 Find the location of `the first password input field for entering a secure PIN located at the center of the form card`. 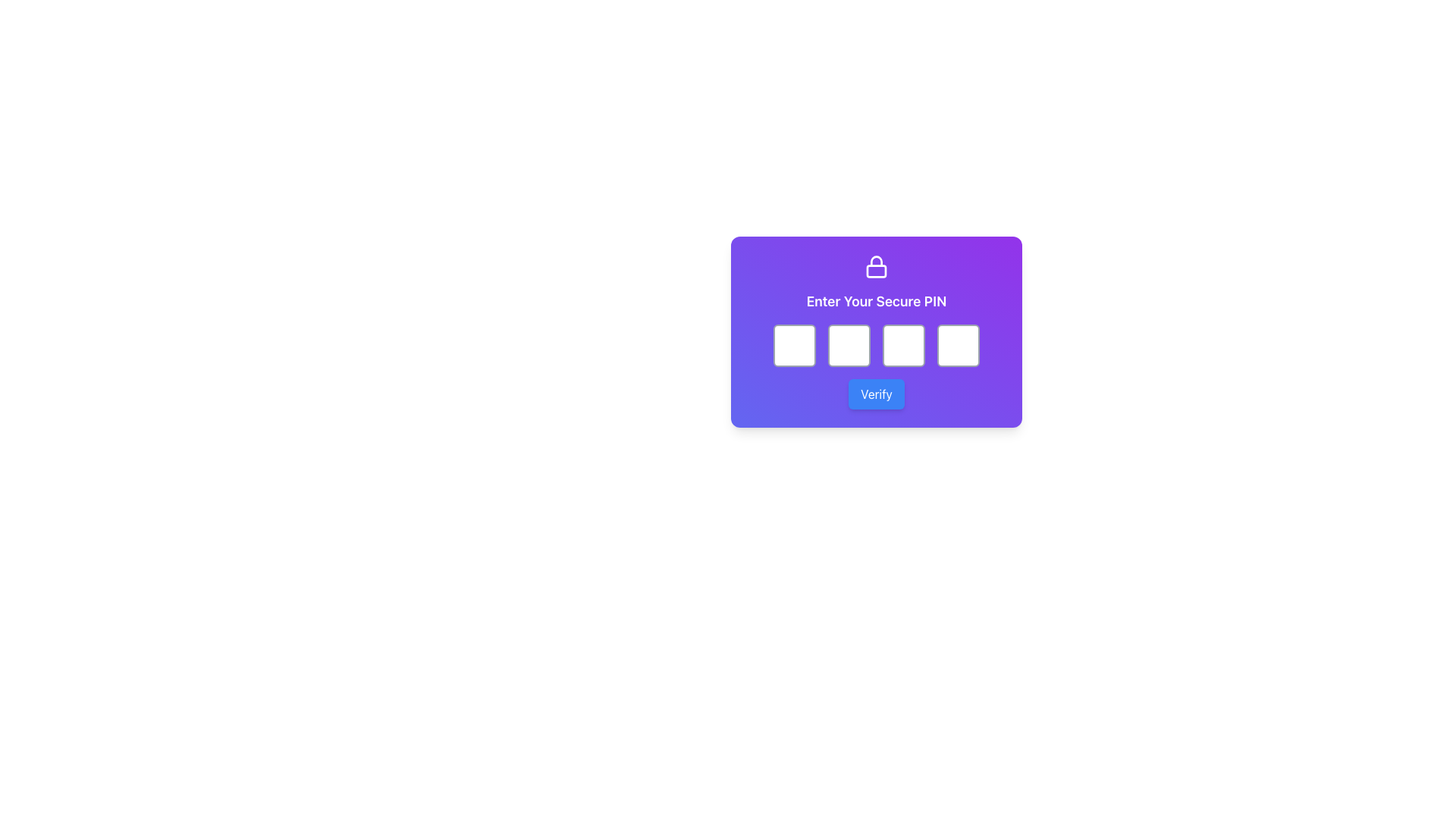

the first password input field for entering a secure PIN located at the center of the form card is located at coordinates (793, 345).